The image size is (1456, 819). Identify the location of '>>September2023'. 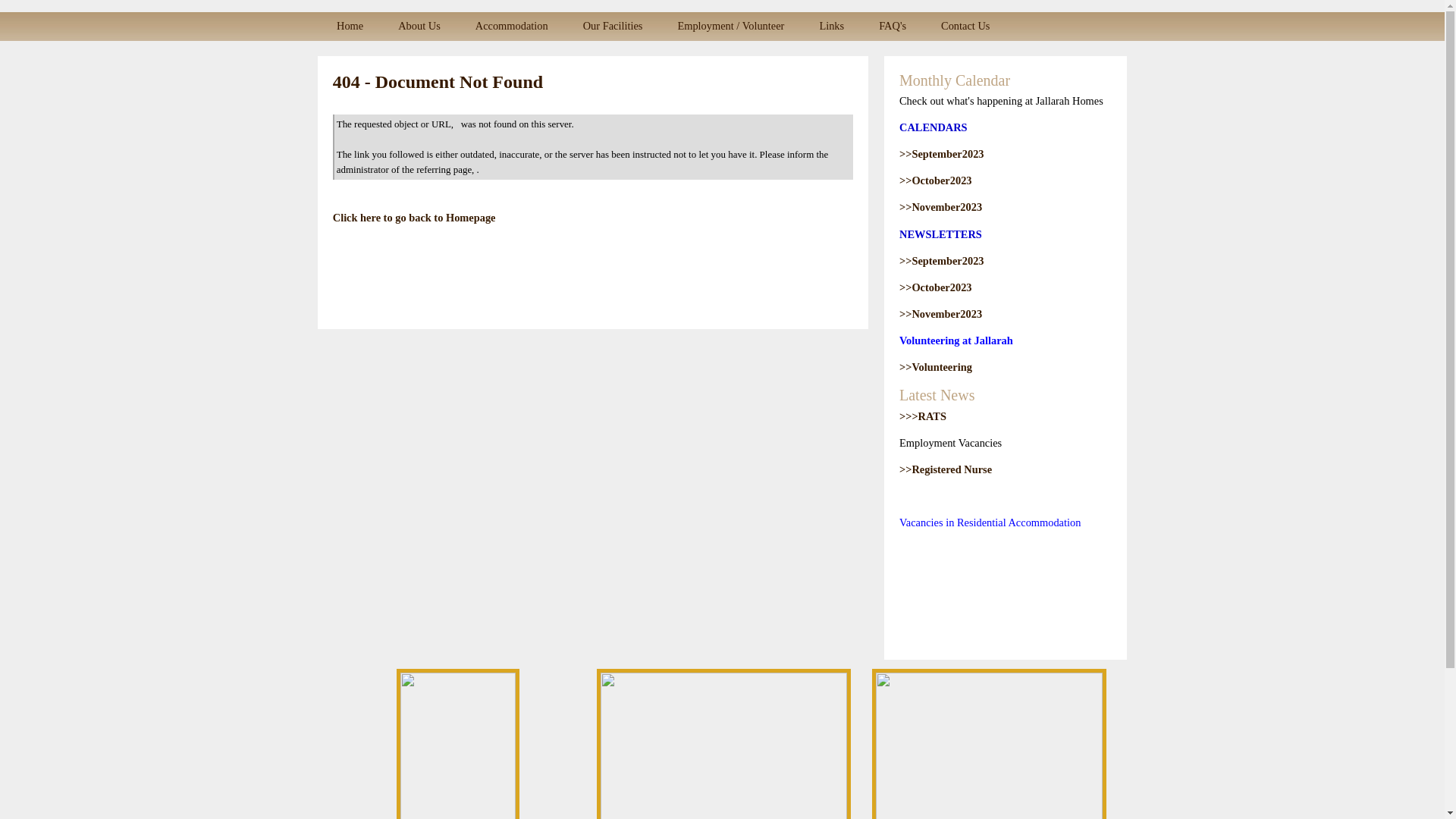
(941, 154).